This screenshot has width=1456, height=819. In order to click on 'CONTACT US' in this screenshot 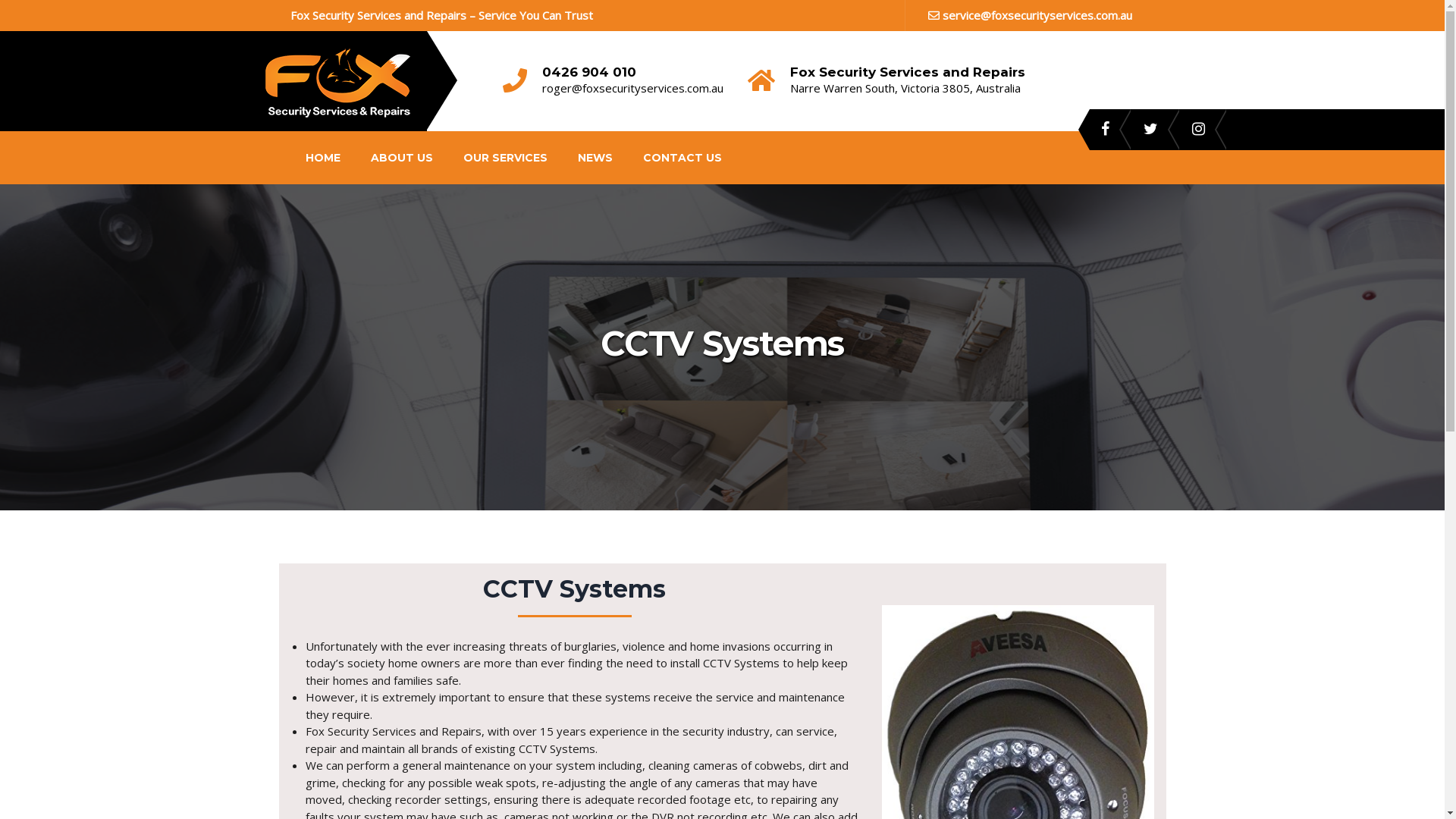, I will do `click(682, 155)`.